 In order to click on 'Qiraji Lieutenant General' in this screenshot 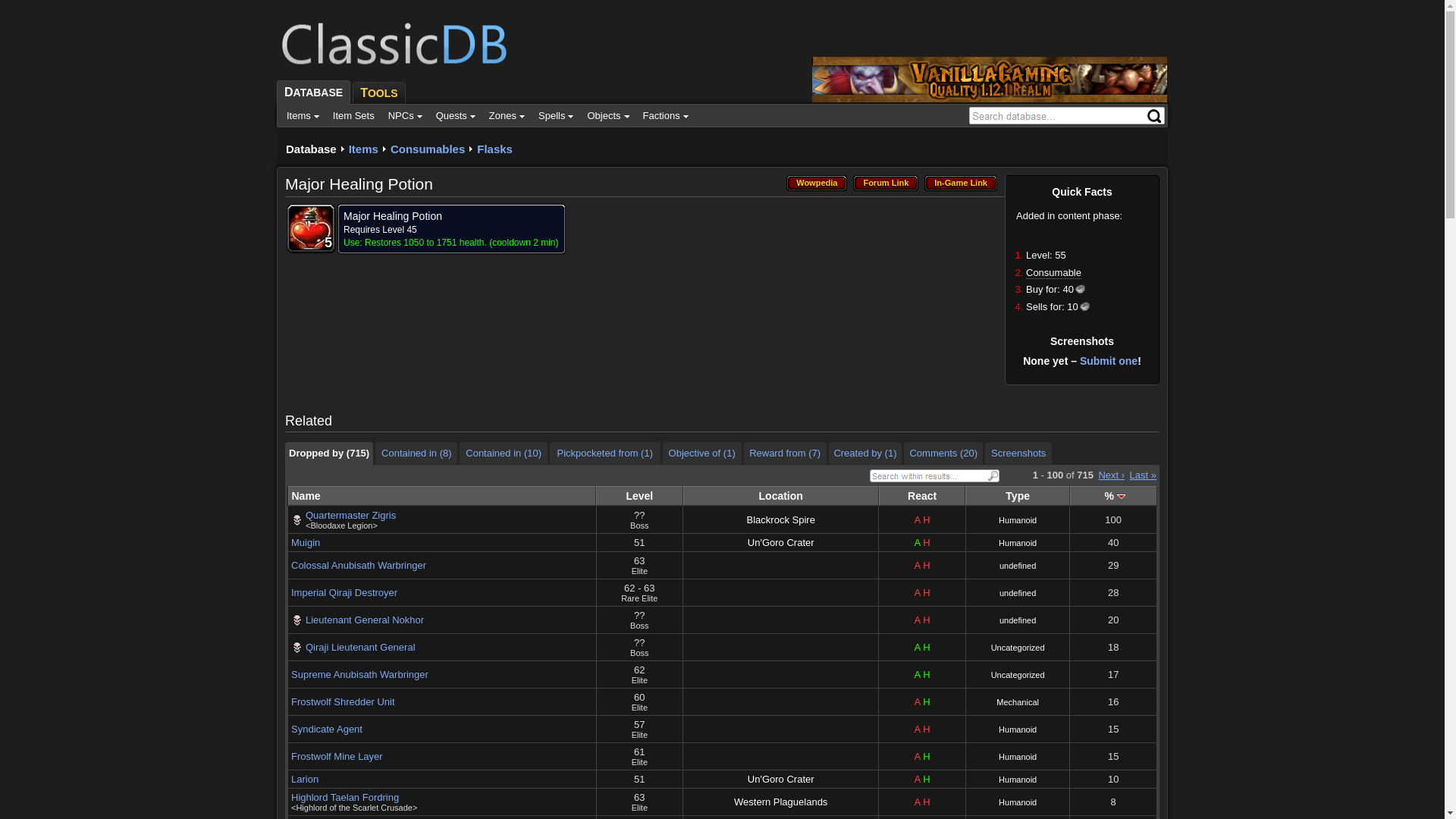, I will do `click(359, 647)`.